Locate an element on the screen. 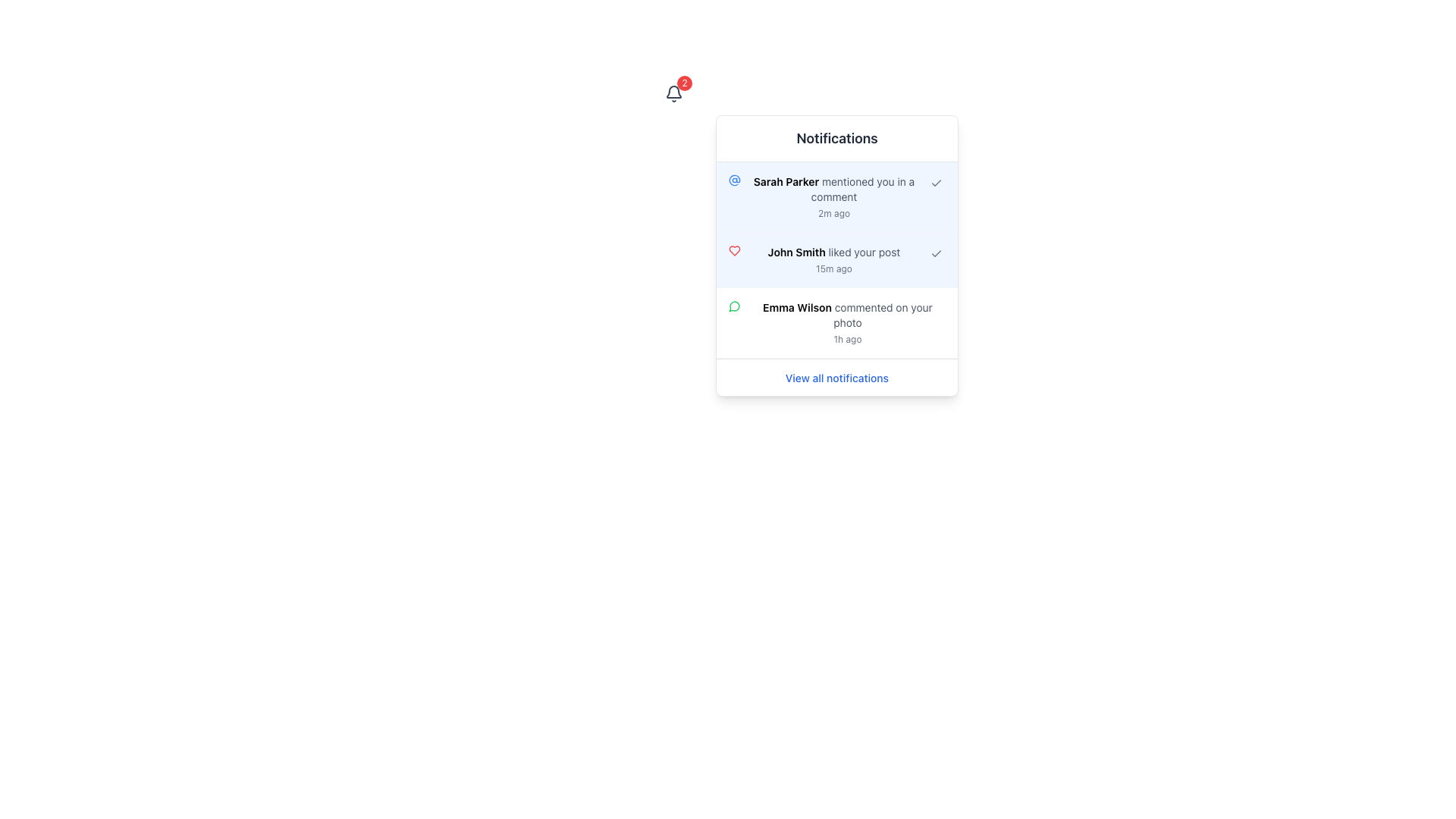  the Icon button with notification badge that features a bell icon and a red numeric badge displaying '2', located at the top left area of the notification panel is located at coordinates (673, 93).